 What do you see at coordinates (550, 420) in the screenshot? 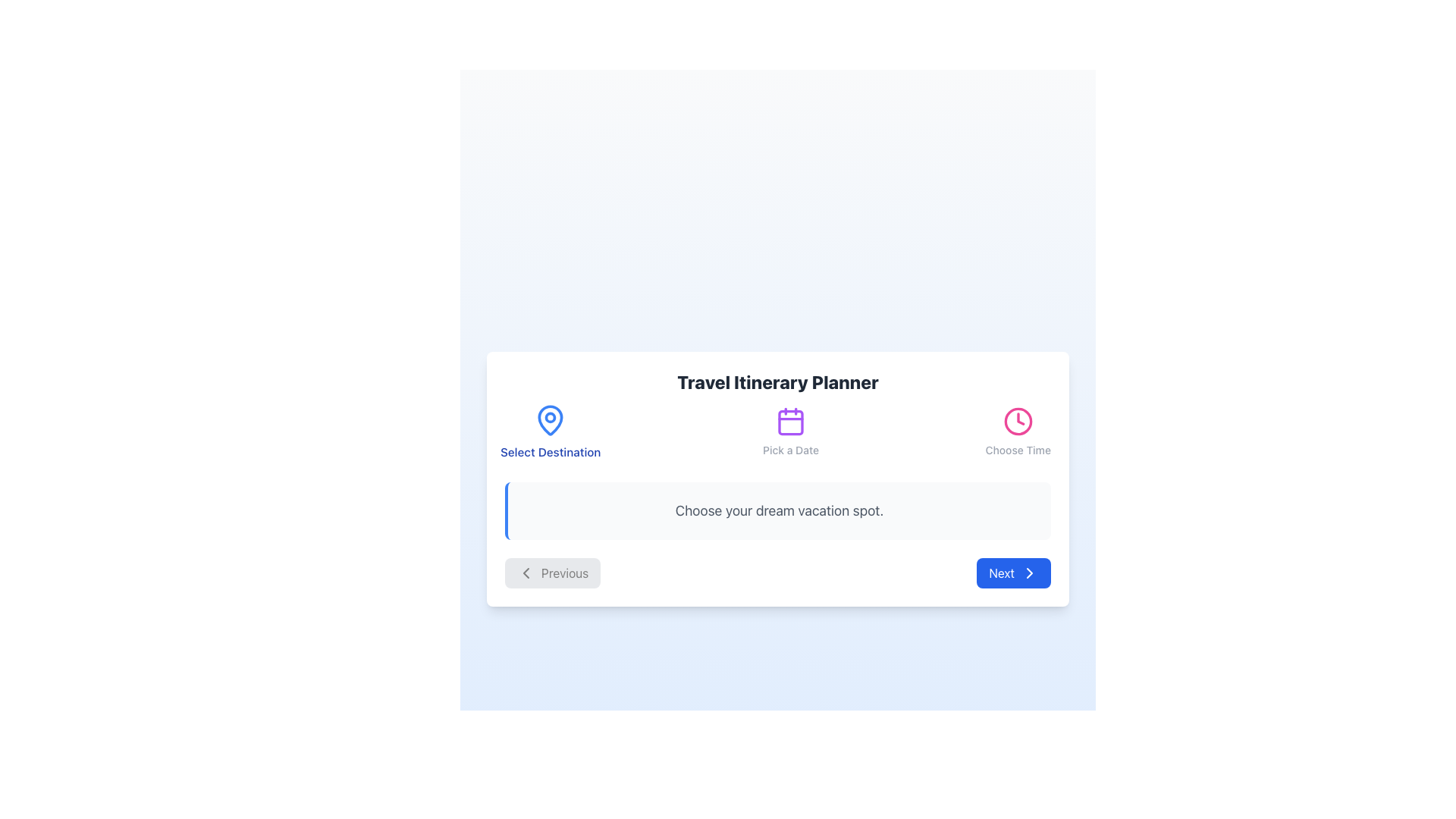
I see `the icon representing the action of selecting a location or destination, located within the 'Travel Itinerary Planner' card, above 'Select Destination' and aligned to the left of the other options` at bounding box center [550, 420].